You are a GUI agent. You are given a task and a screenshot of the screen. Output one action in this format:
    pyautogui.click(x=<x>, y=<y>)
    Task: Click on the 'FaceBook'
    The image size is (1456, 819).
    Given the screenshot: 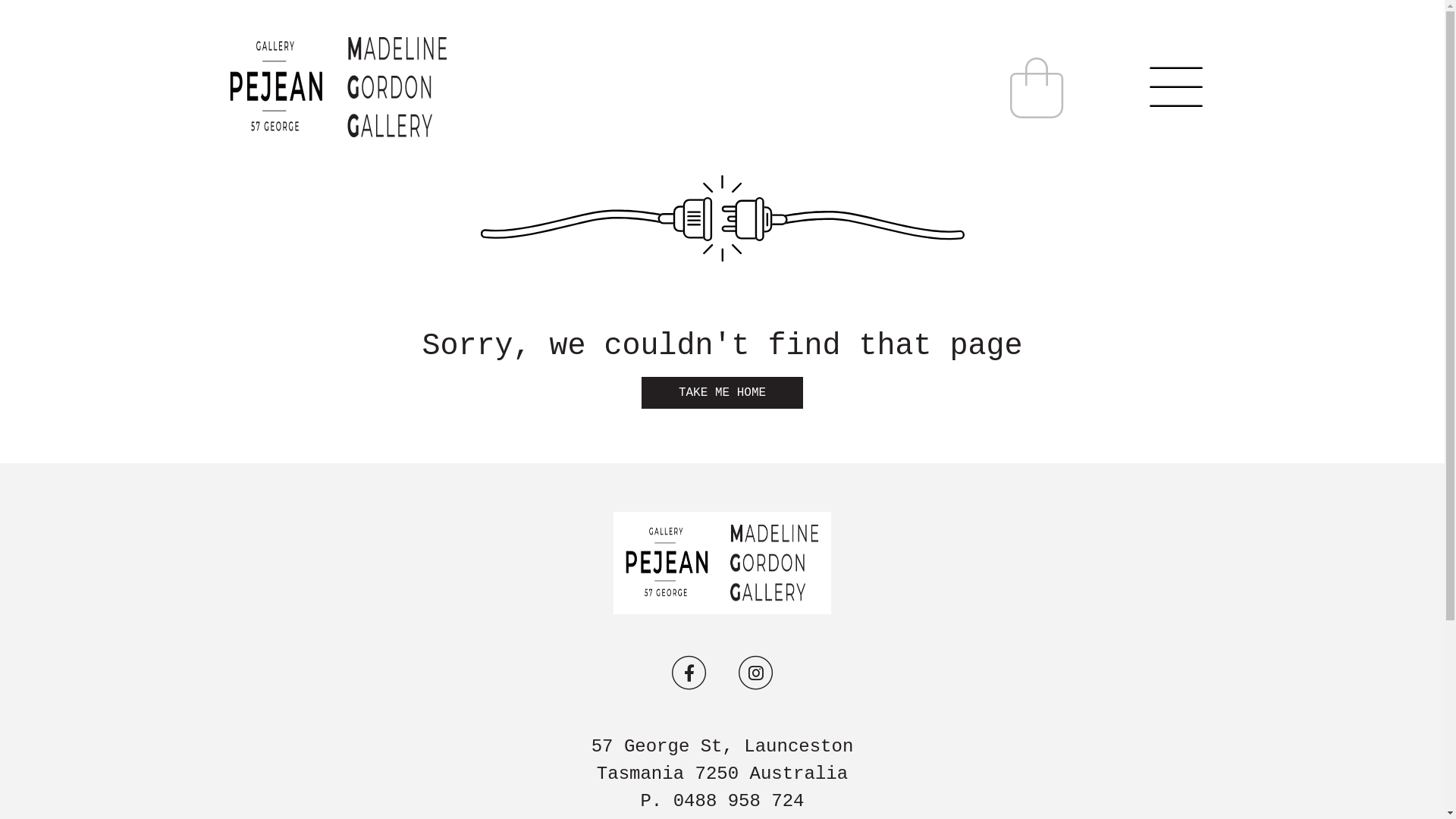 What is the action you would take?
    pyautogui.click(x=687, y=673)
    